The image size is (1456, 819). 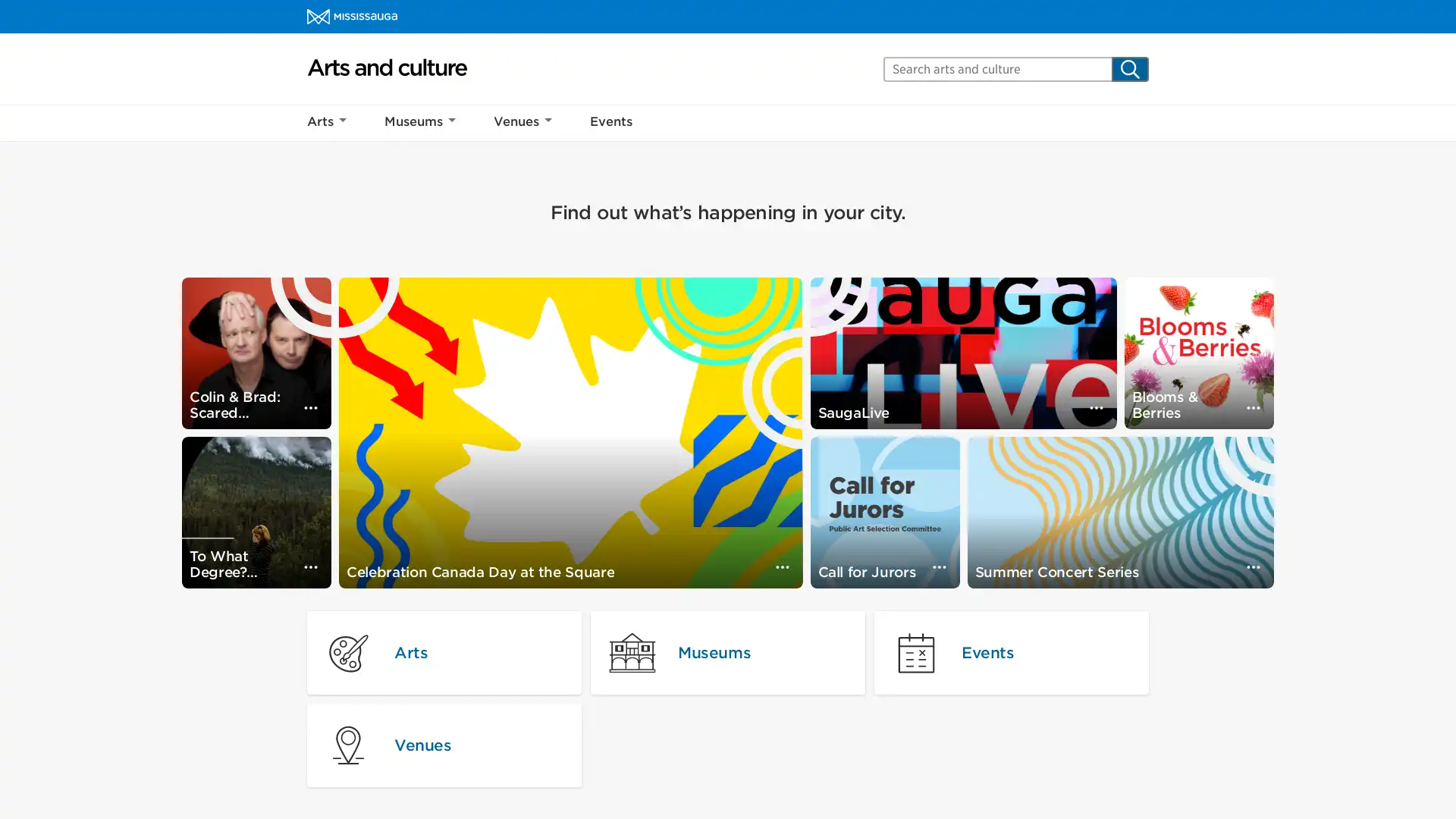 What do you see at coordinates (782, 567) in the screenshot?
I see `Visually show the card details` at bounding box center [782, 567].